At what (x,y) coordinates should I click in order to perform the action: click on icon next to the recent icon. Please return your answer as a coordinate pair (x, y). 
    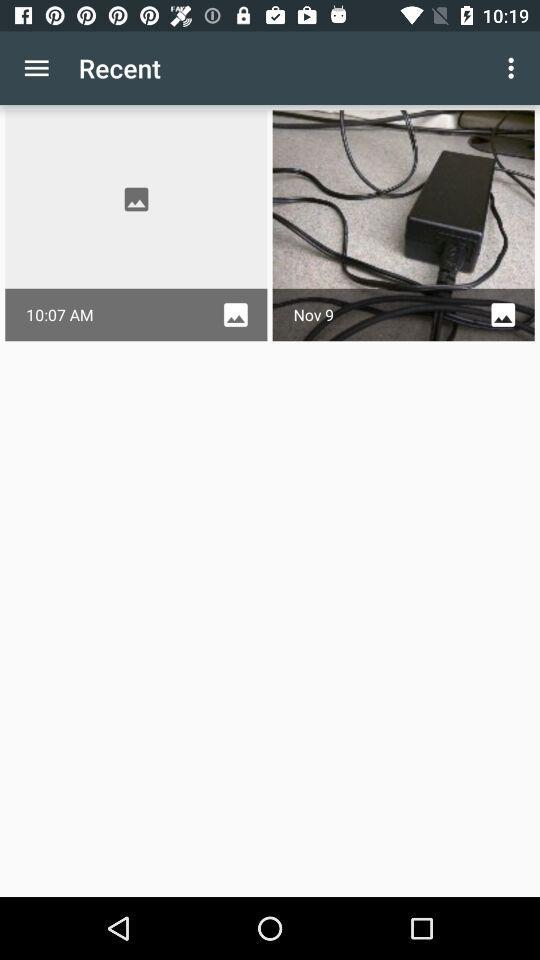
    Looking at the image, I should click on (513, 68).